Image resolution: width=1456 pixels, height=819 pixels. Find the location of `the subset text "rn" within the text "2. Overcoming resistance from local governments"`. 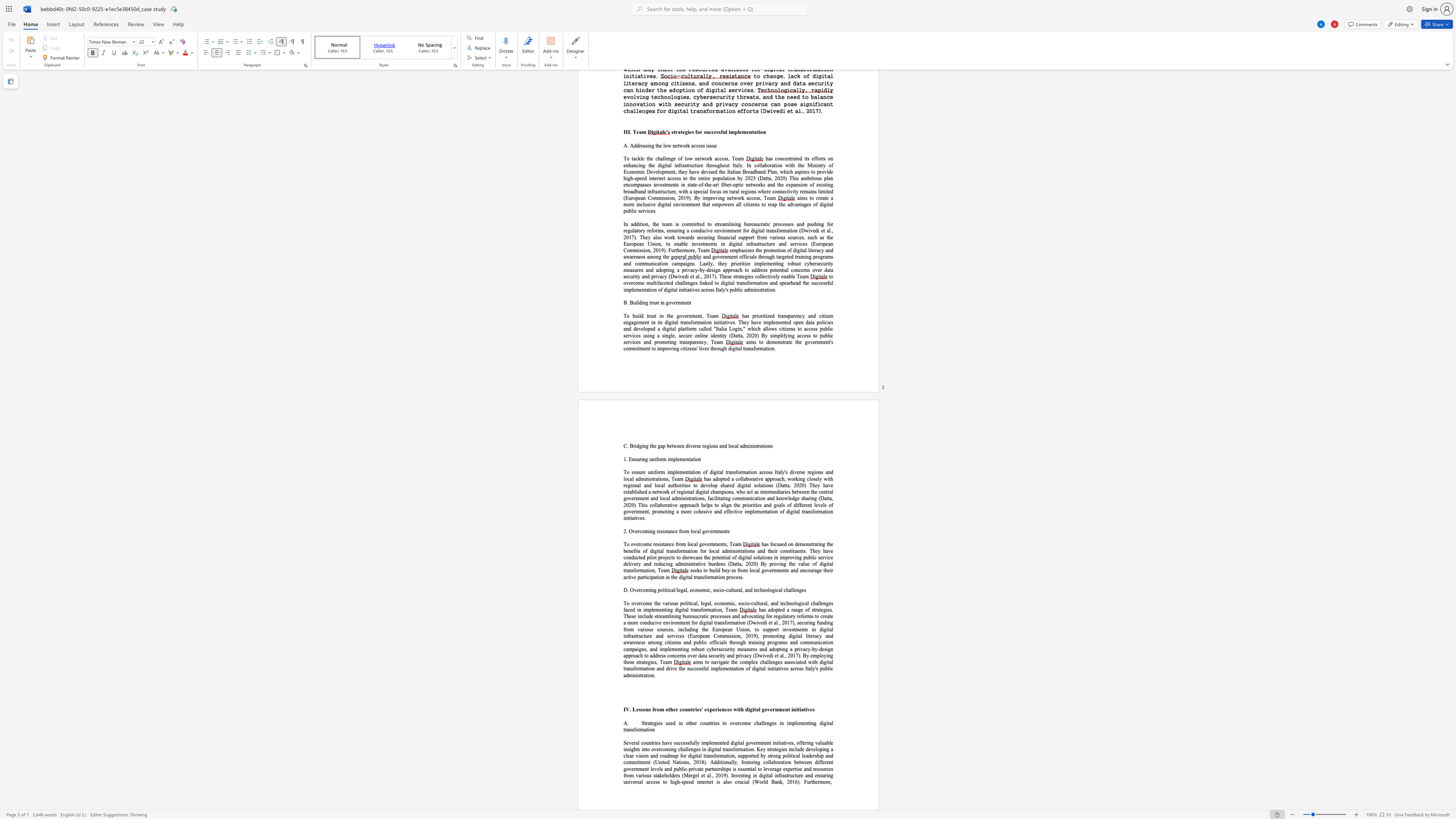

the subset text "rn" within the text "2. Overcoming resistance from local governments" is located at coordinates (712, 531).